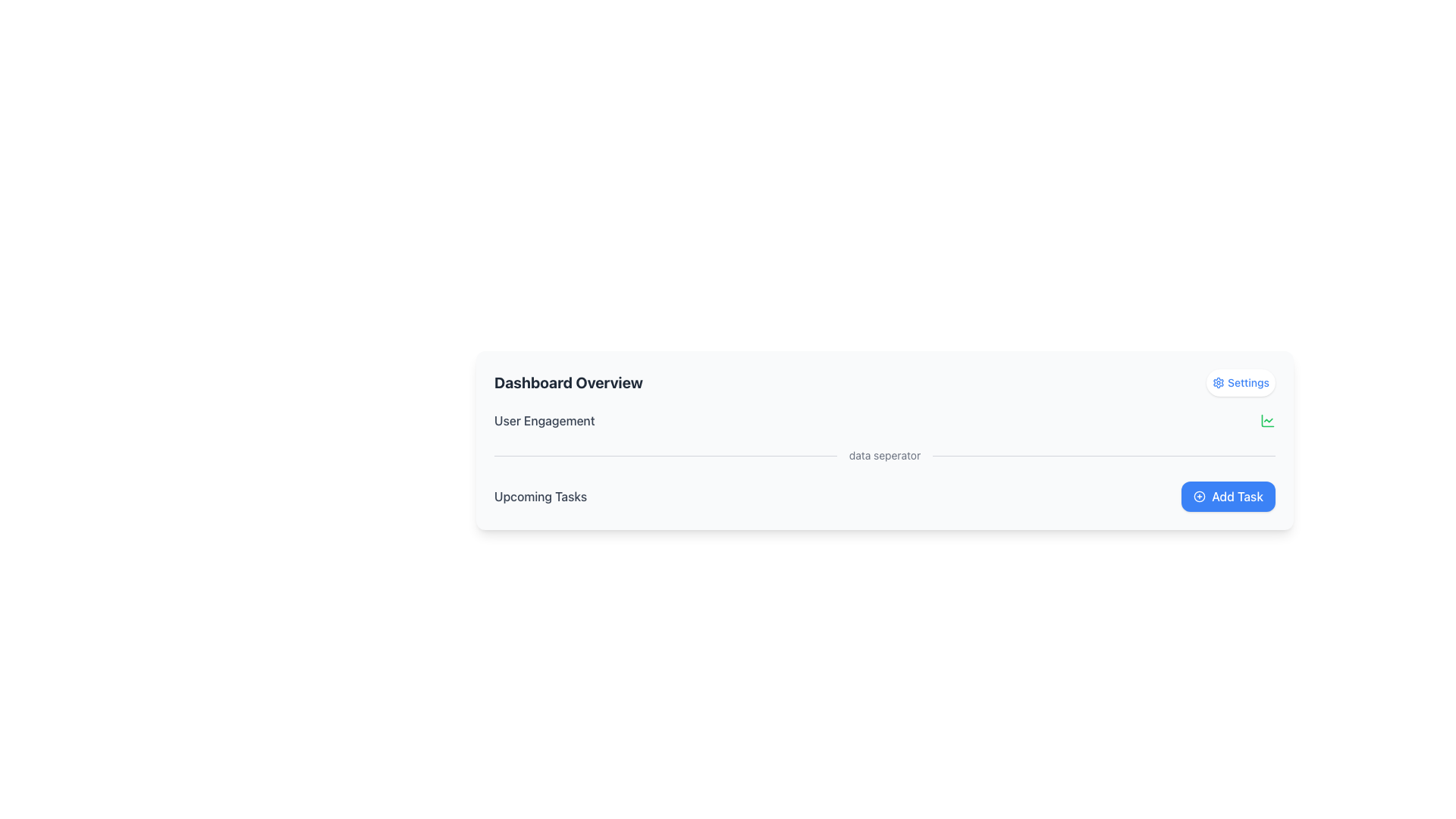 This screenshot has height=819, width=1456. What do you see at coordinates (1219, 382) in the screenshot?
I see `the gear icon in the top-right corner of the 'Dashboard Overview' card` at bounding box center [1219, 382].